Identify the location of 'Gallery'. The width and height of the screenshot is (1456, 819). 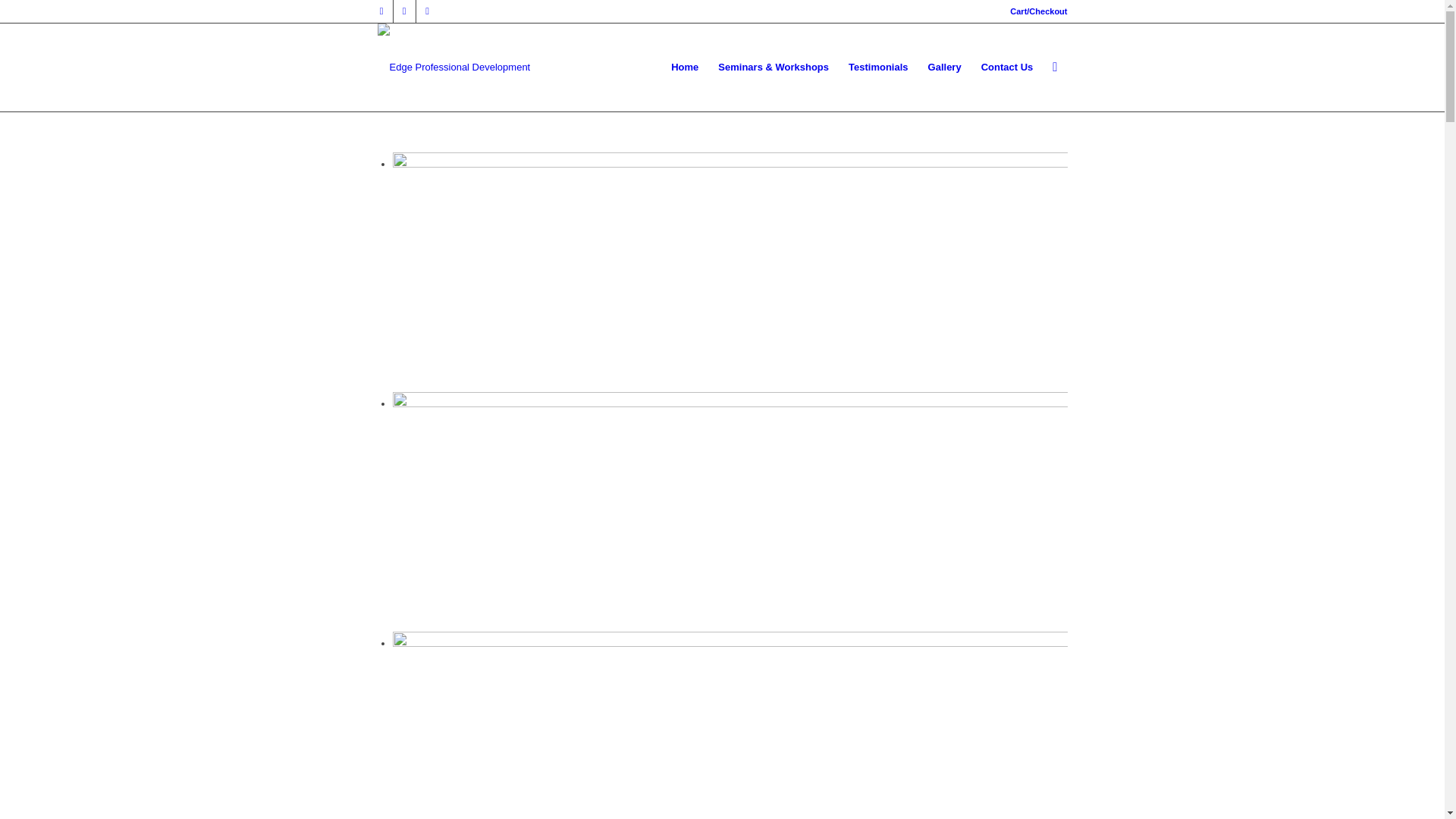
(944, 66).